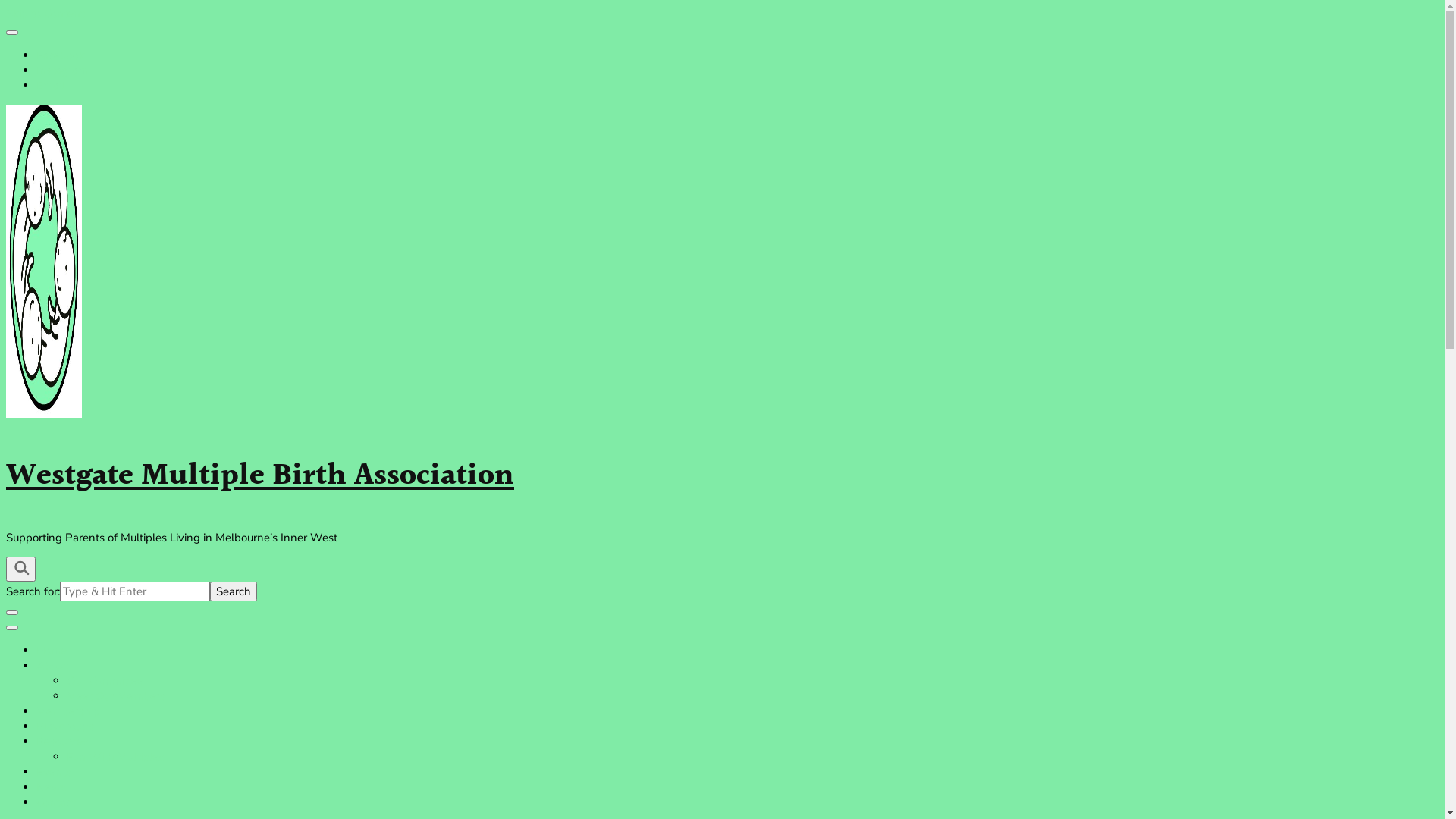  I want to click on 'Facebook', so click(61, 55).